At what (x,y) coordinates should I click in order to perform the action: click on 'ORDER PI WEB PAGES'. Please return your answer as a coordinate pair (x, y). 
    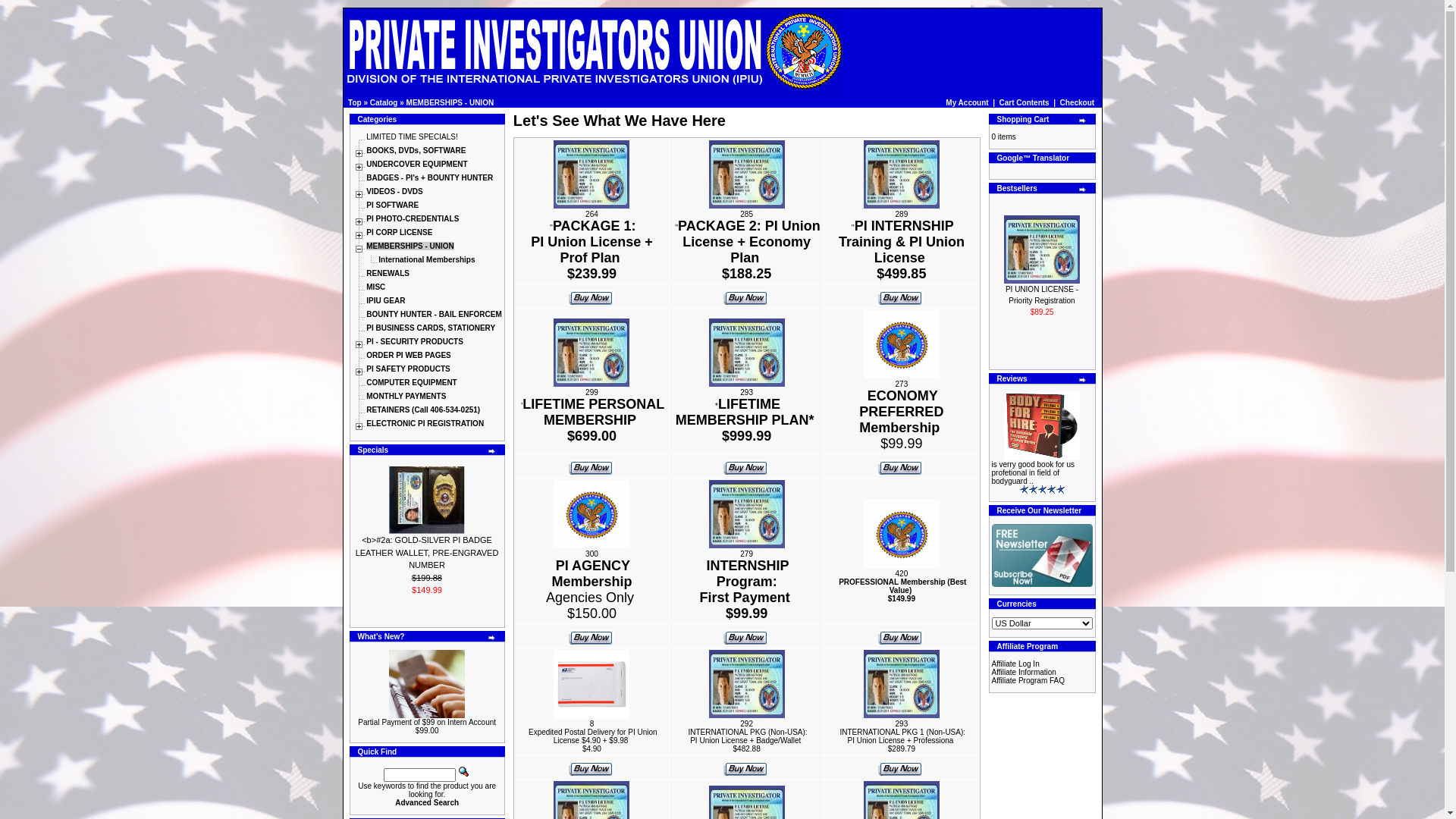
    Looking at the image, I should click on (408, 355).